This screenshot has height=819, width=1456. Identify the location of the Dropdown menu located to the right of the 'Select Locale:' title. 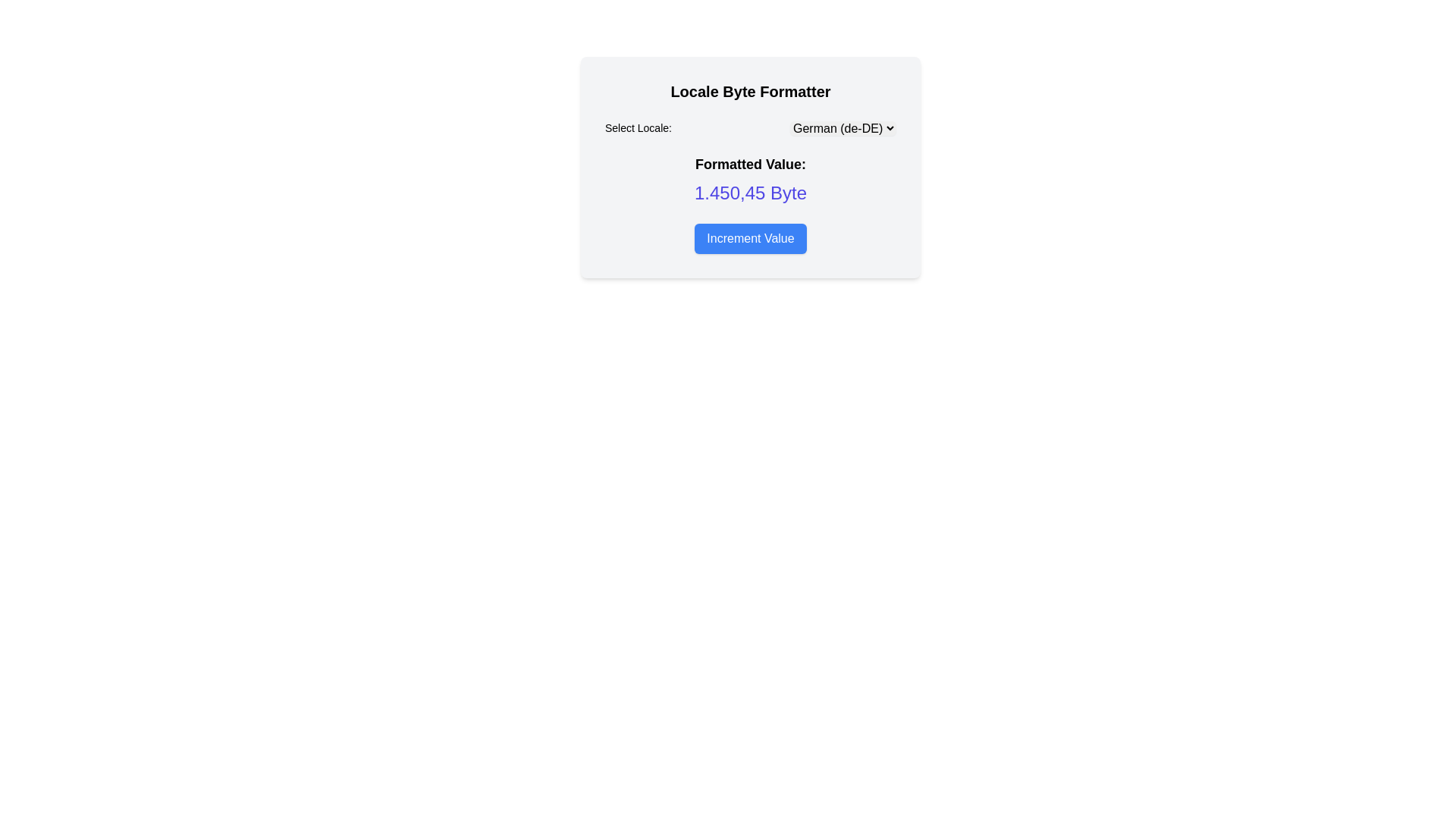
(843, 127).